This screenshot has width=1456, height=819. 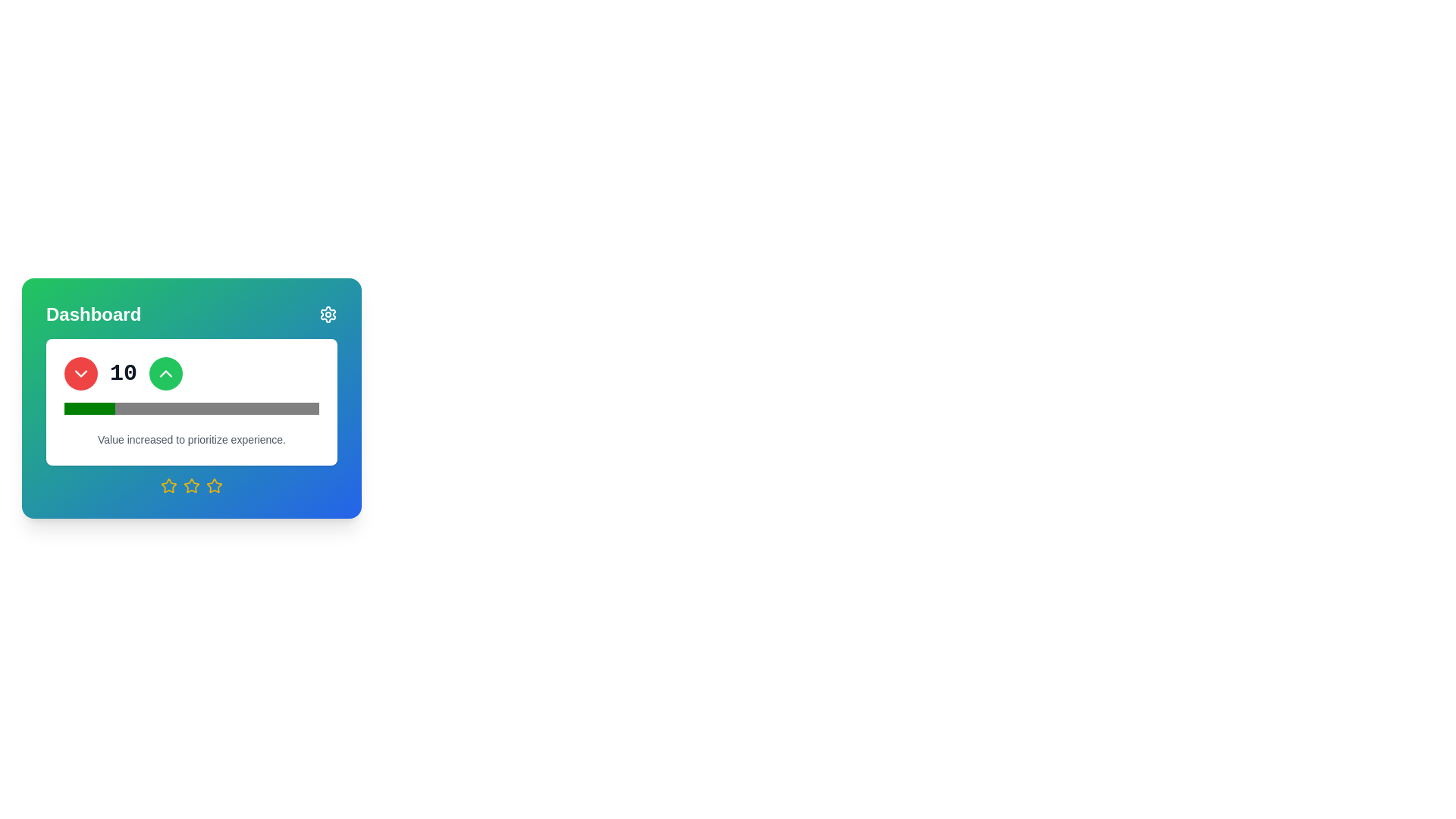 What do you see at coordinates (191, 439) in the screenshot?
I see `the text label that provides context-relevant information, located directly under the horizontal progress bar and above the star icons in the central card-like interface` at bounding box center [191, 439].